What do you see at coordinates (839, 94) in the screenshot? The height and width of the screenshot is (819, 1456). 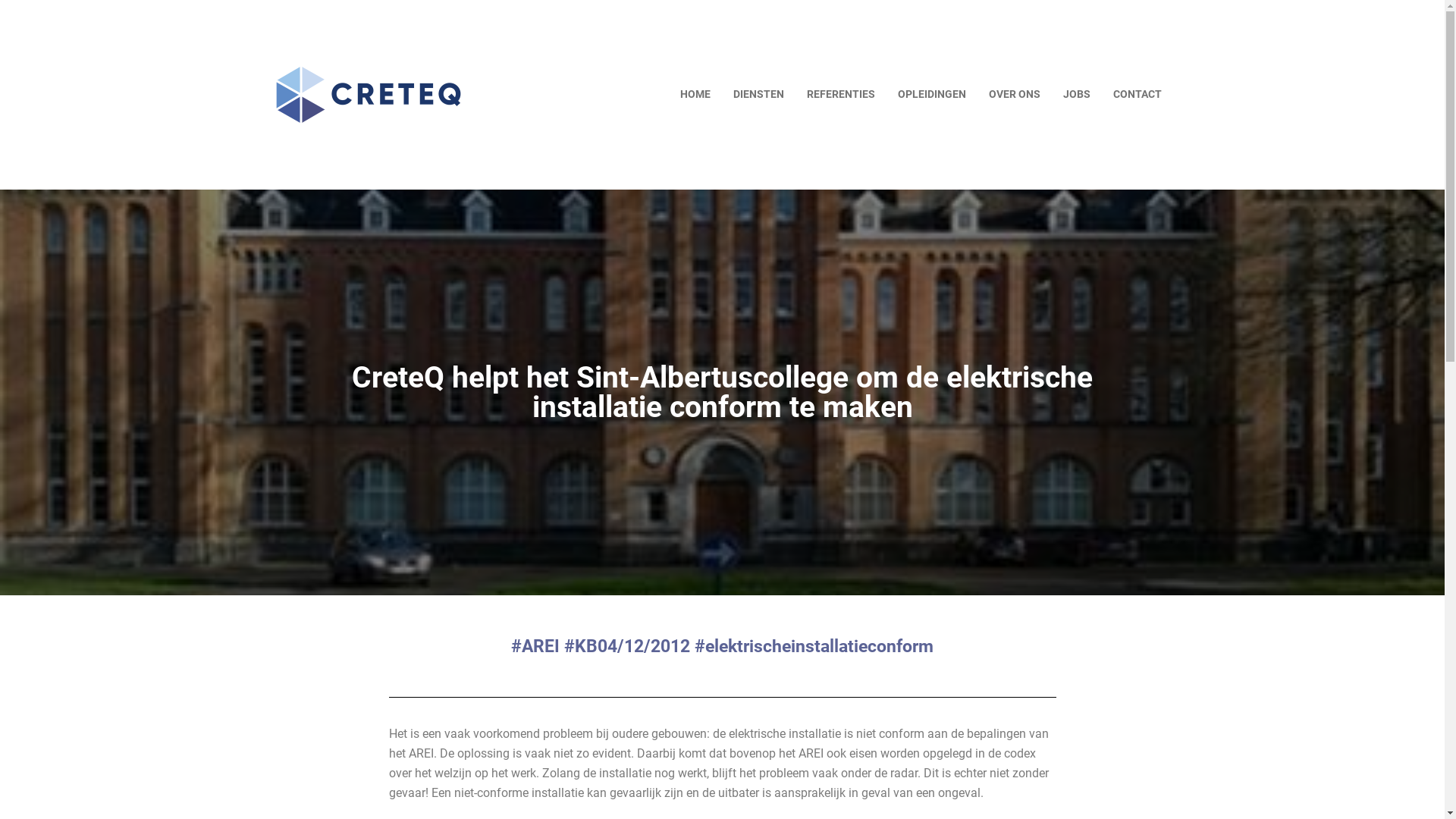 I see `'REFERENTIES'` at bounding box center [839, 94].